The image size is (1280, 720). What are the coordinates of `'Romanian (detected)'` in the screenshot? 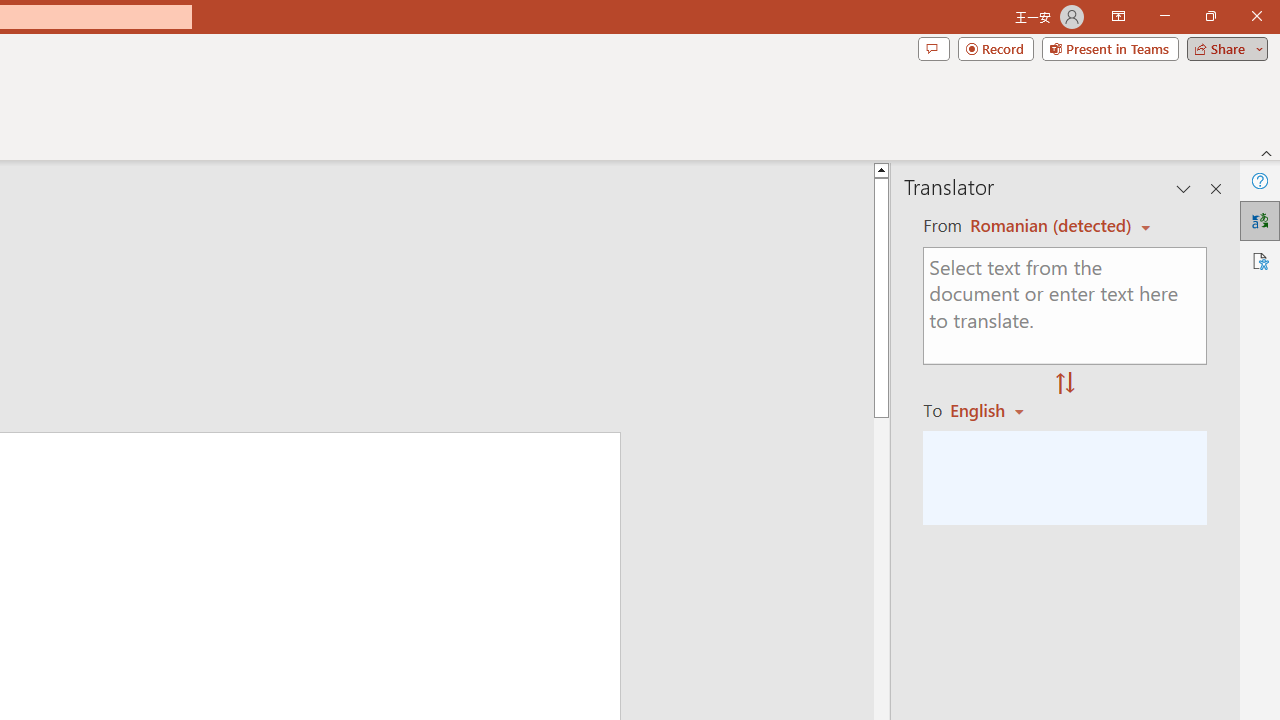 It's located at (1046, 225).